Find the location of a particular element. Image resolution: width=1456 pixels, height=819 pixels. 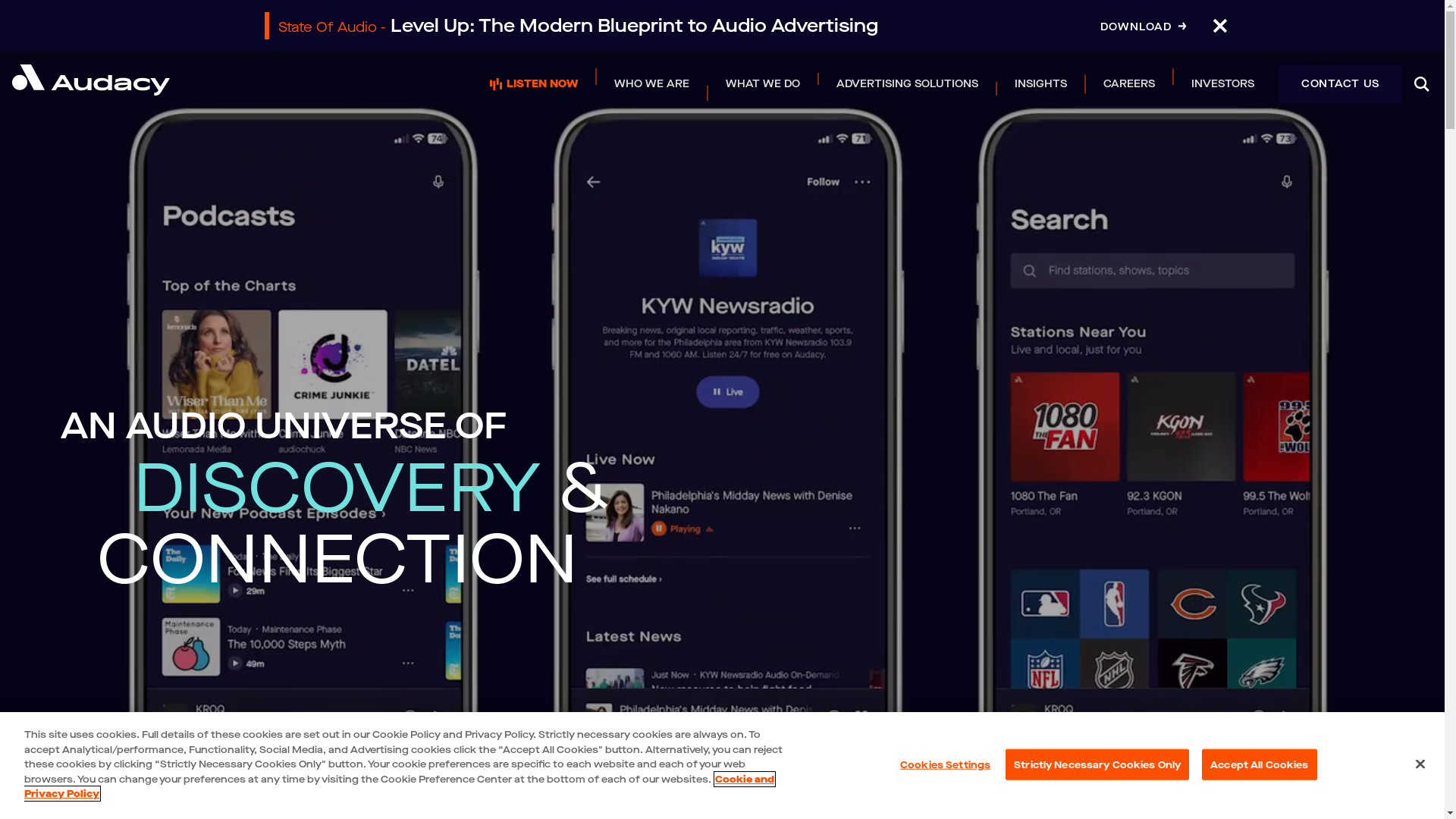

'INSIGHTS' is located at coordinates (1040, 83).